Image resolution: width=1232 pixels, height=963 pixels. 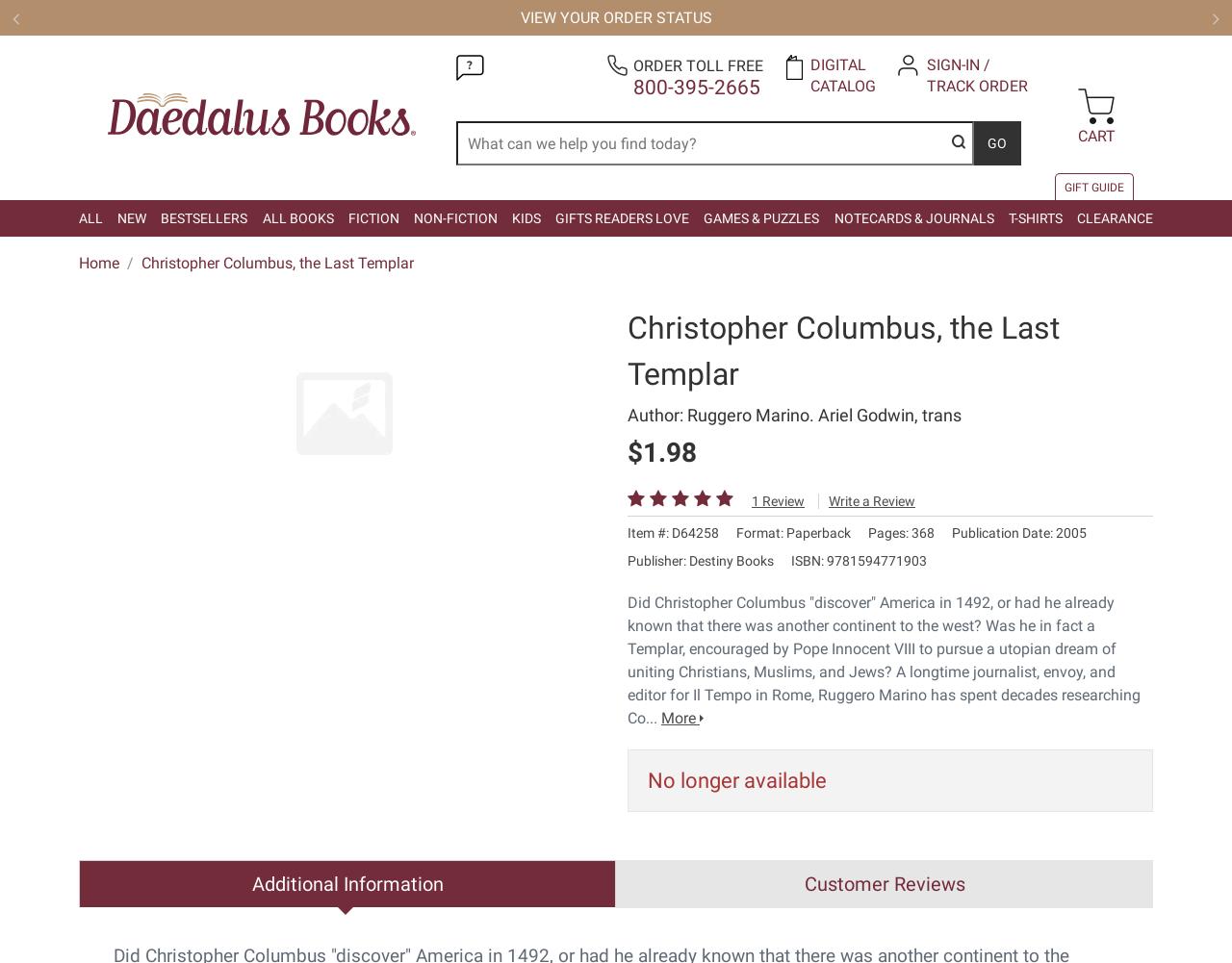 I want to click on 'Customer Service', so click(x=360, y=276).